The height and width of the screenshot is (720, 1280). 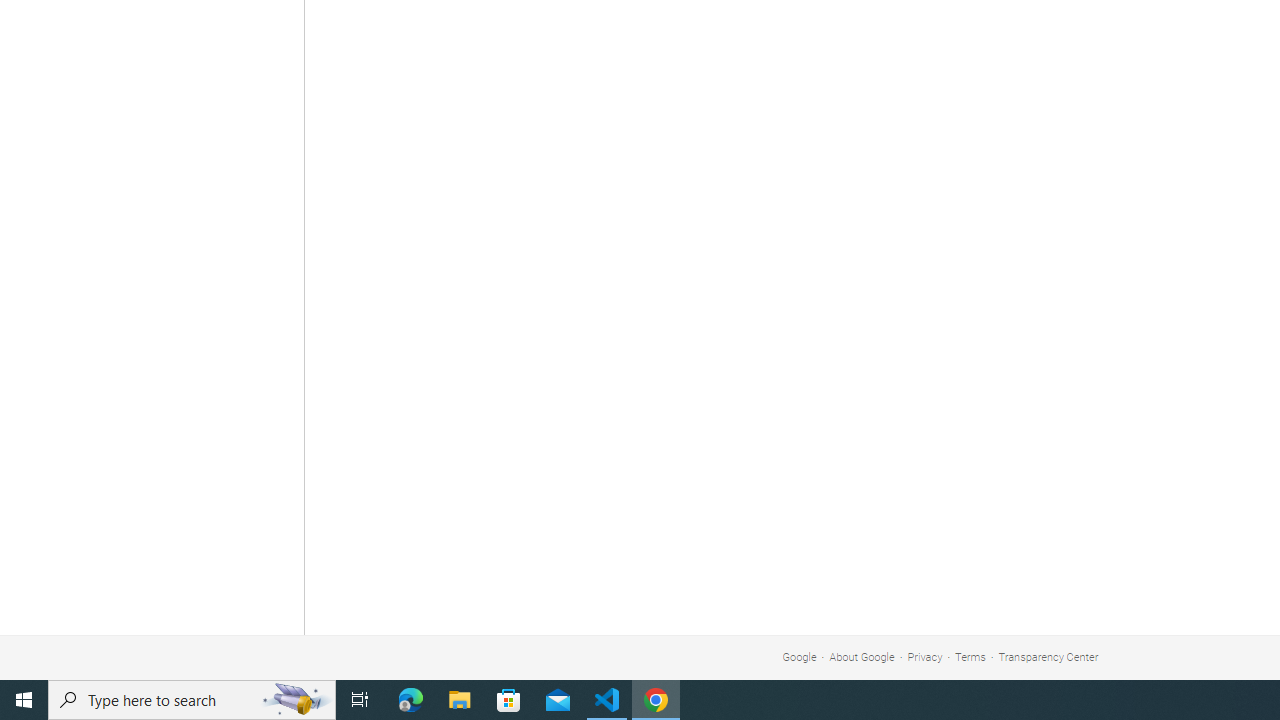 I want to click on 'Google', so click(x=798, y=657).